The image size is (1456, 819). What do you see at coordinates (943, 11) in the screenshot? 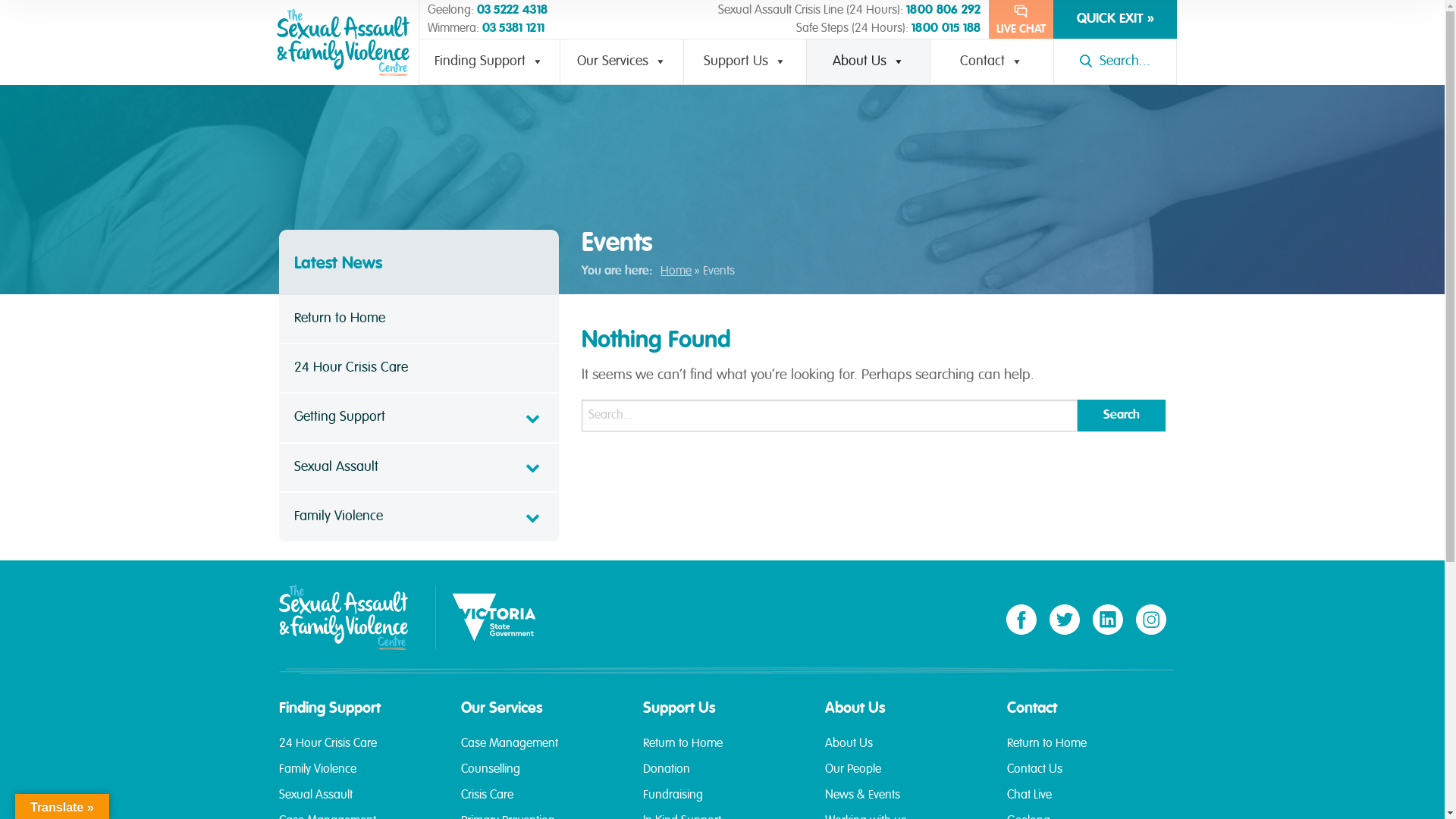
I see `'1800 806 292'` at bounding box center [943, 11].